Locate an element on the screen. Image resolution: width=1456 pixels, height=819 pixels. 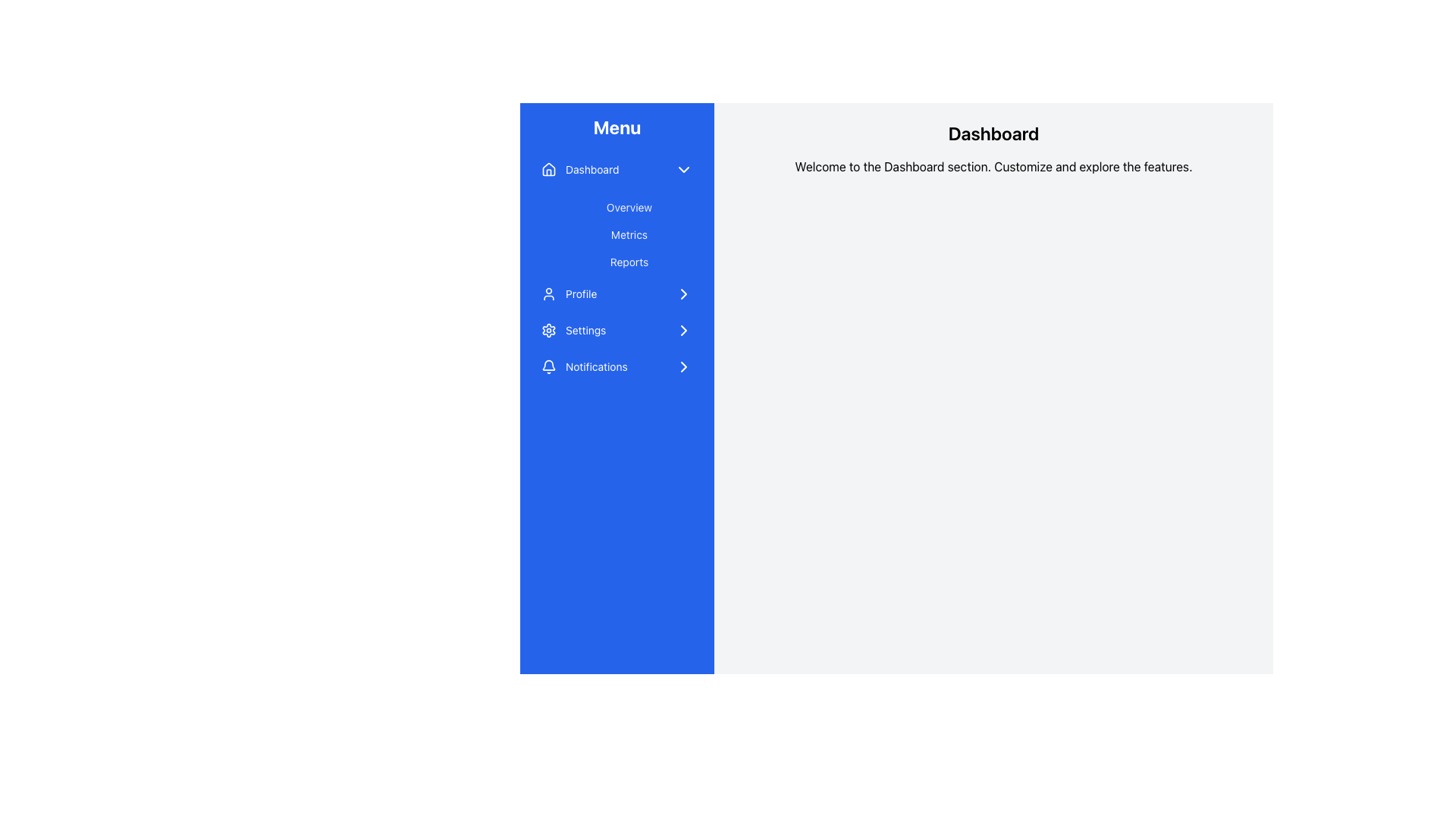
the Right-pointing chevron icon located to the right of the 'Profile' text entry in the vertical menu list to indicate expandability or navigation towards the profile section is located at coordinates (683, 294).